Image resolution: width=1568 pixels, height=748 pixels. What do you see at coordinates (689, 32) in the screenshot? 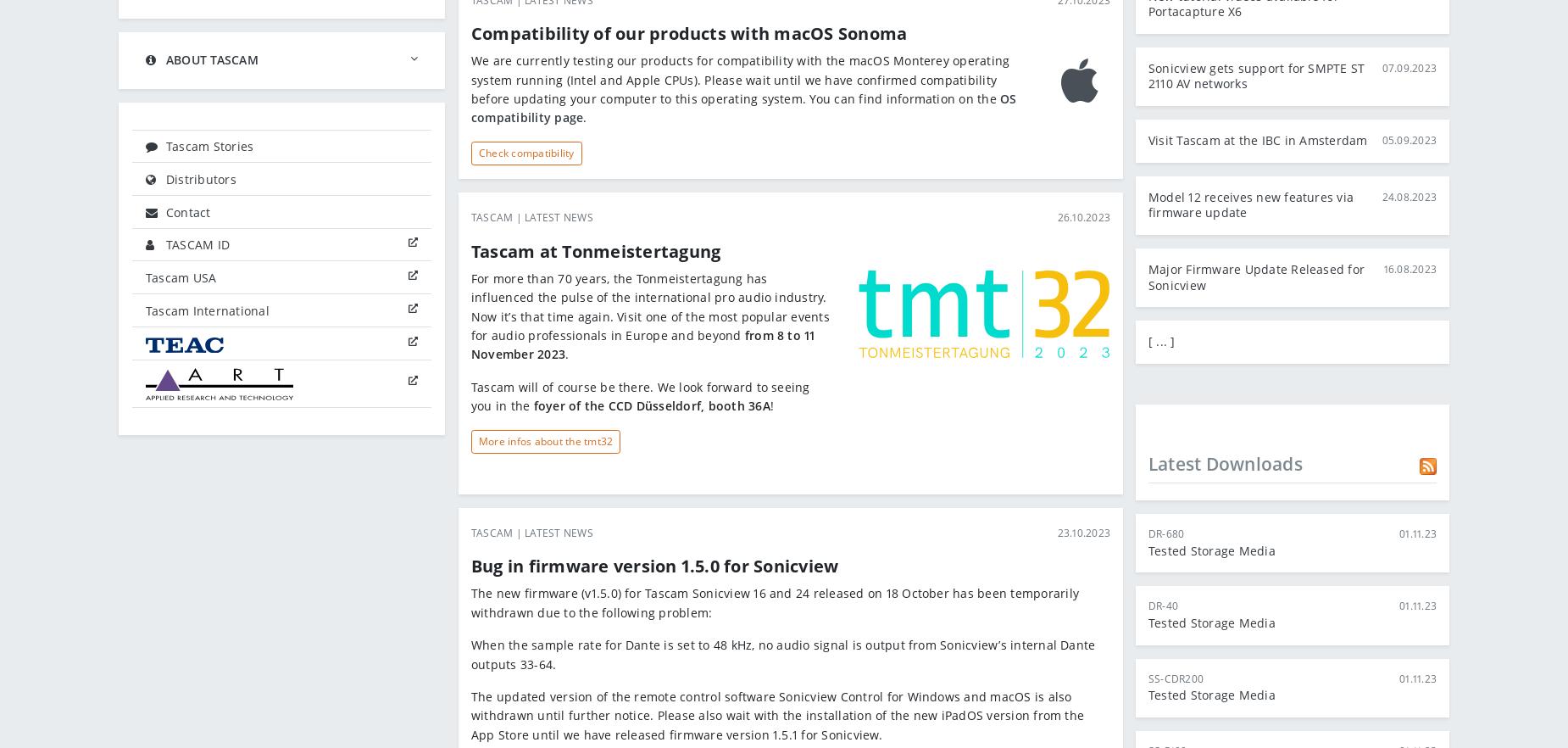
I see `'Compatibility of our products with macOS Sonoma'` at bounding box center [689, 32].